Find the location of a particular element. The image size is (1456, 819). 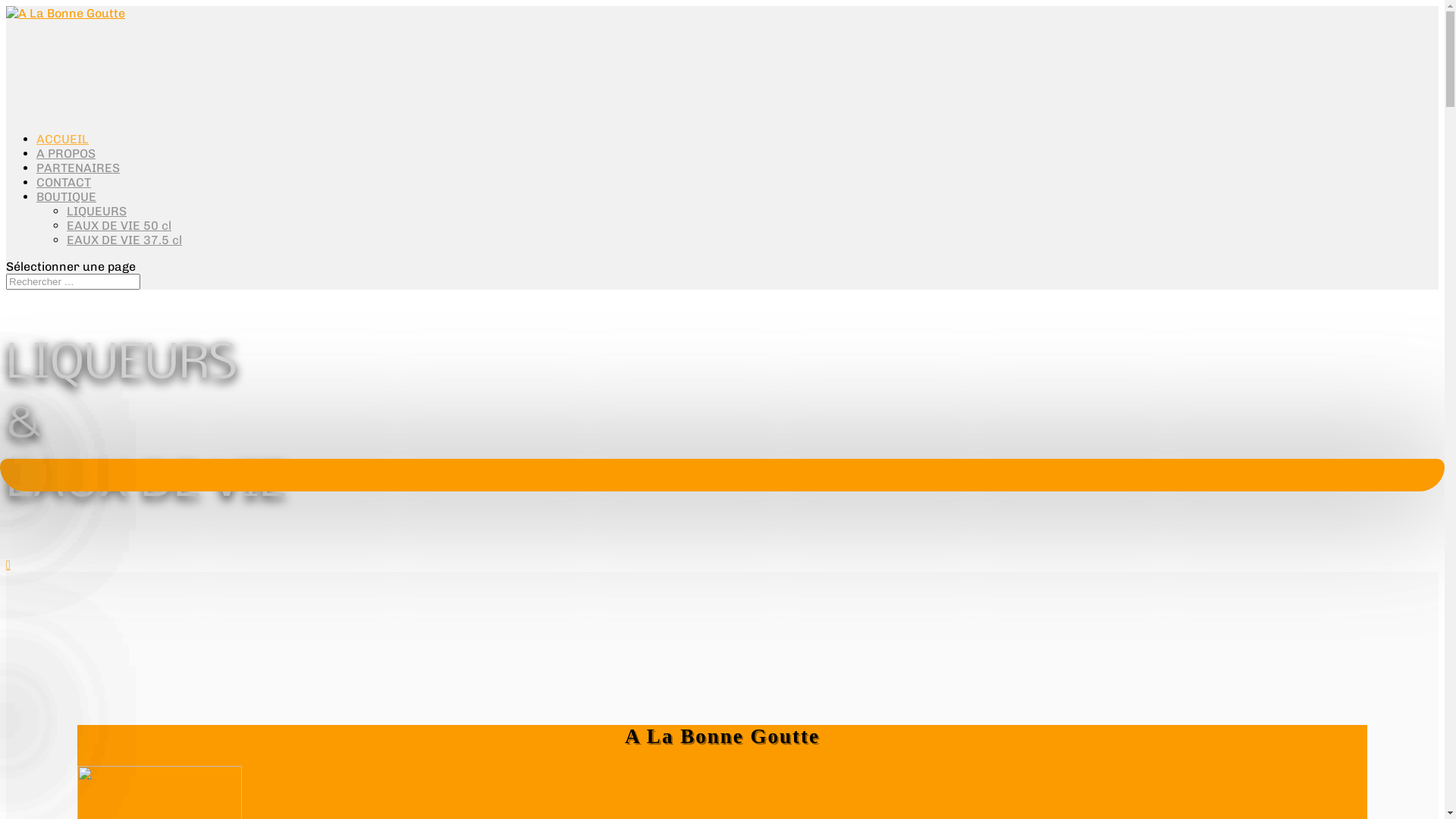

'A PROPOS' is located at coordinates (64, 153).